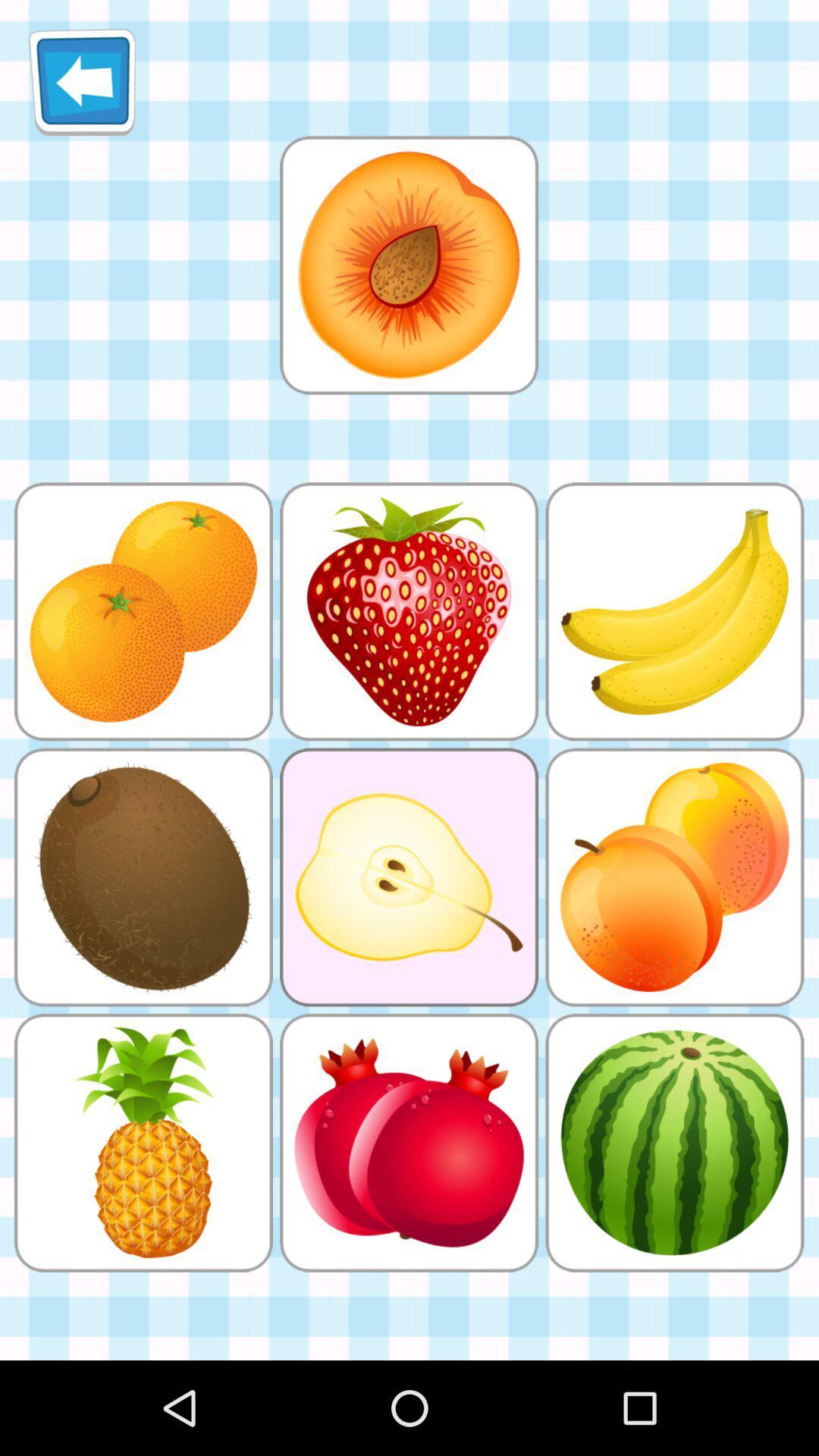 The image size is (819, 1456). What do you see at coordinates (408, 265) in the screenshot?
I see `selects the peach option` at bounding box center [408, 265].